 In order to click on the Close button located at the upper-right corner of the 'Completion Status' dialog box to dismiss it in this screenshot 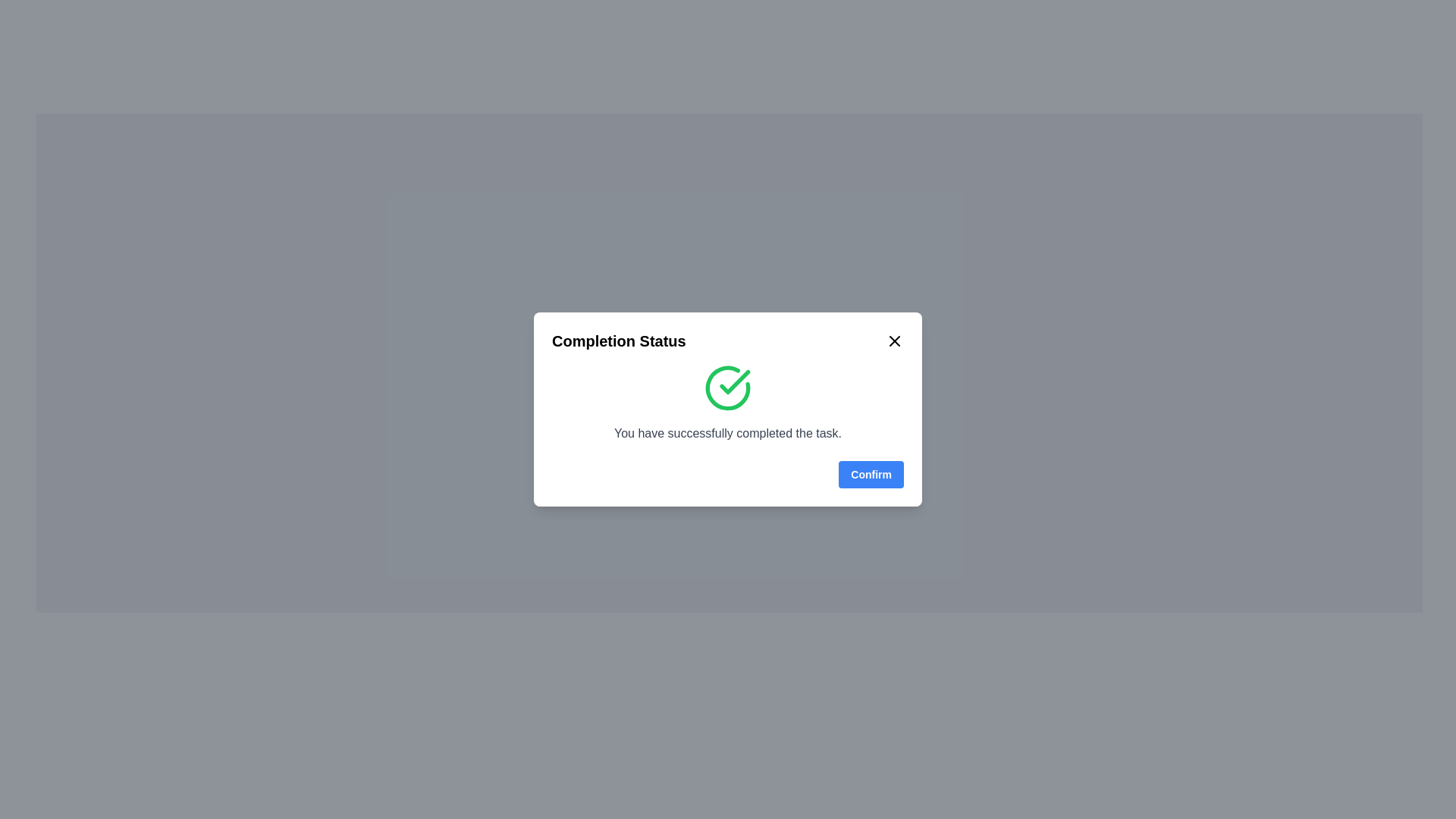, I will do `click(895, 341)`.